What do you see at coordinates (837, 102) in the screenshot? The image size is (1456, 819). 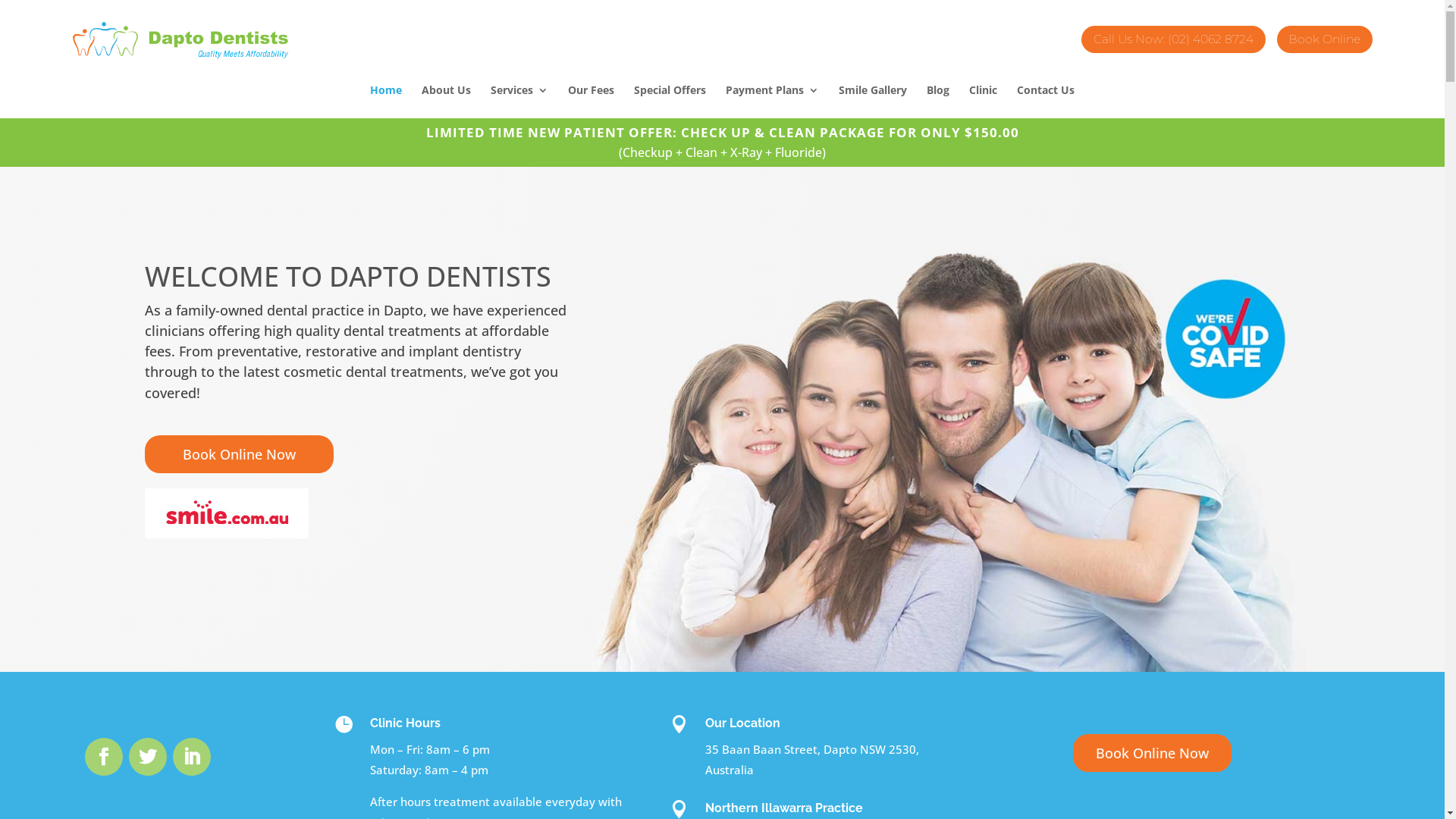 I see `'Smile Gallery'` at bounding box center [837, 102].